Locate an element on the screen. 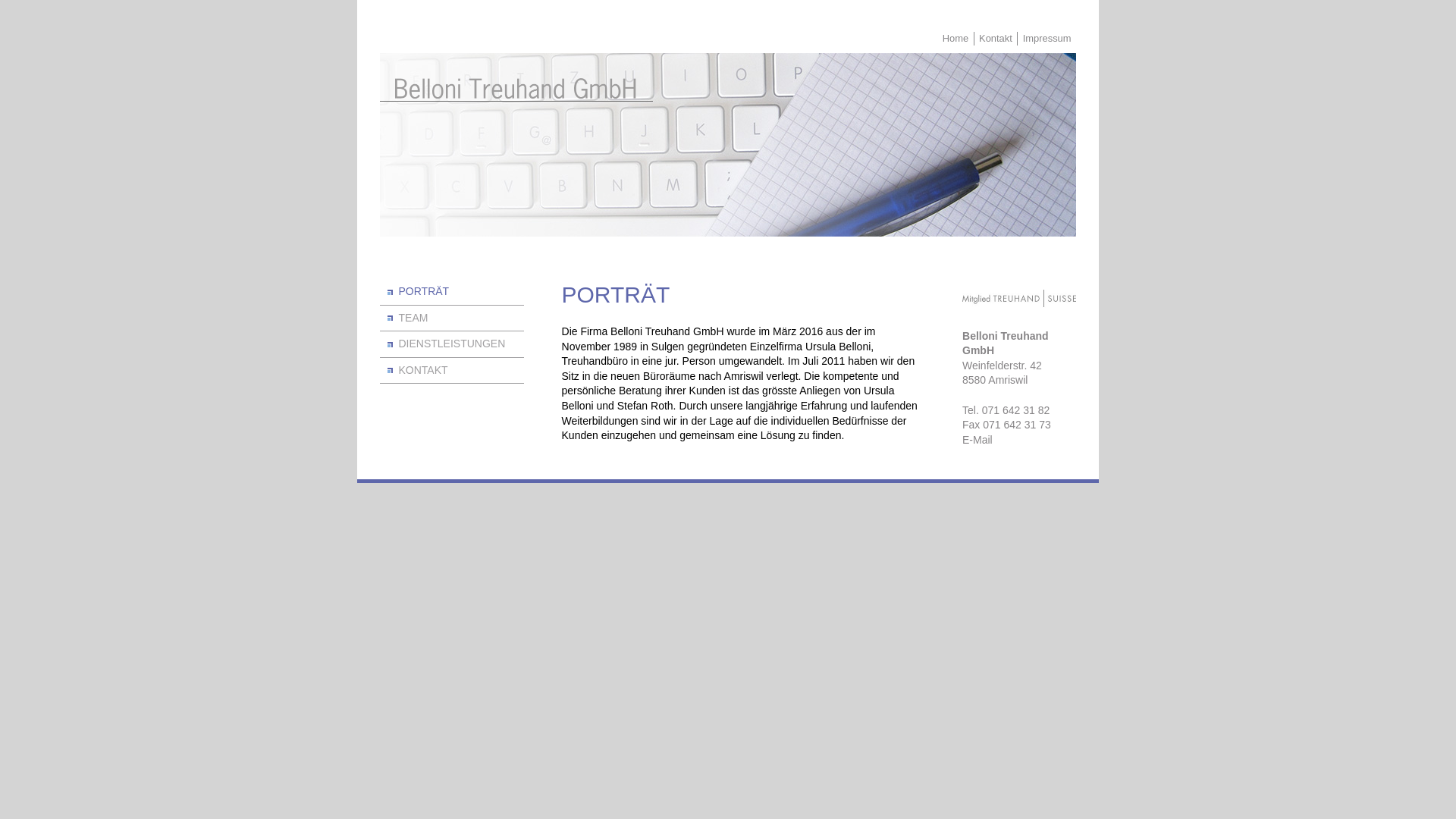 This screenshot has height=819, width=1456. 'Belloni Treuhand GmbH' is located at coordinates (516, 90).